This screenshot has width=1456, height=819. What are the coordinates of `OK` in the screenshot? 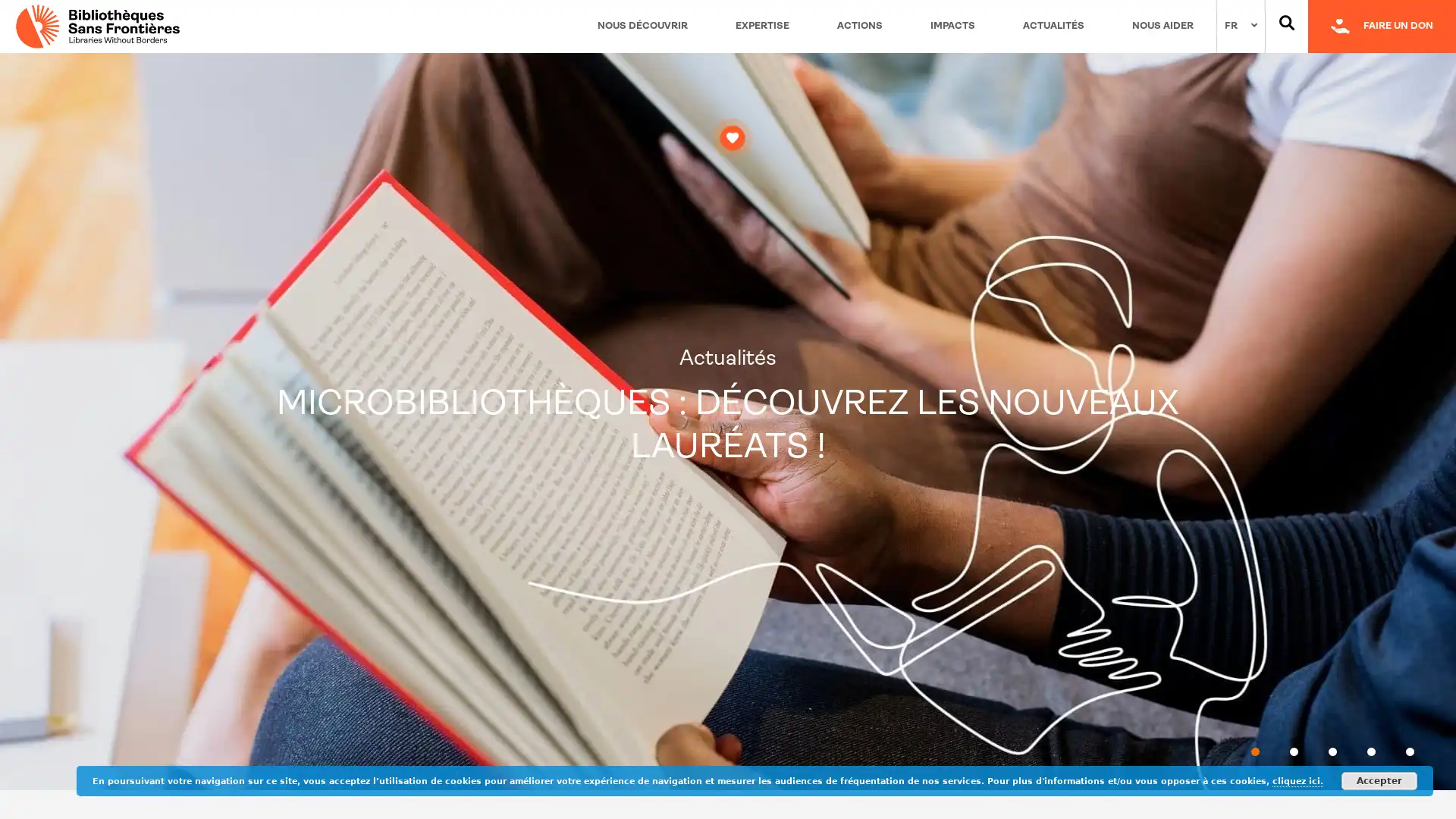 It's located at (1274, 79).